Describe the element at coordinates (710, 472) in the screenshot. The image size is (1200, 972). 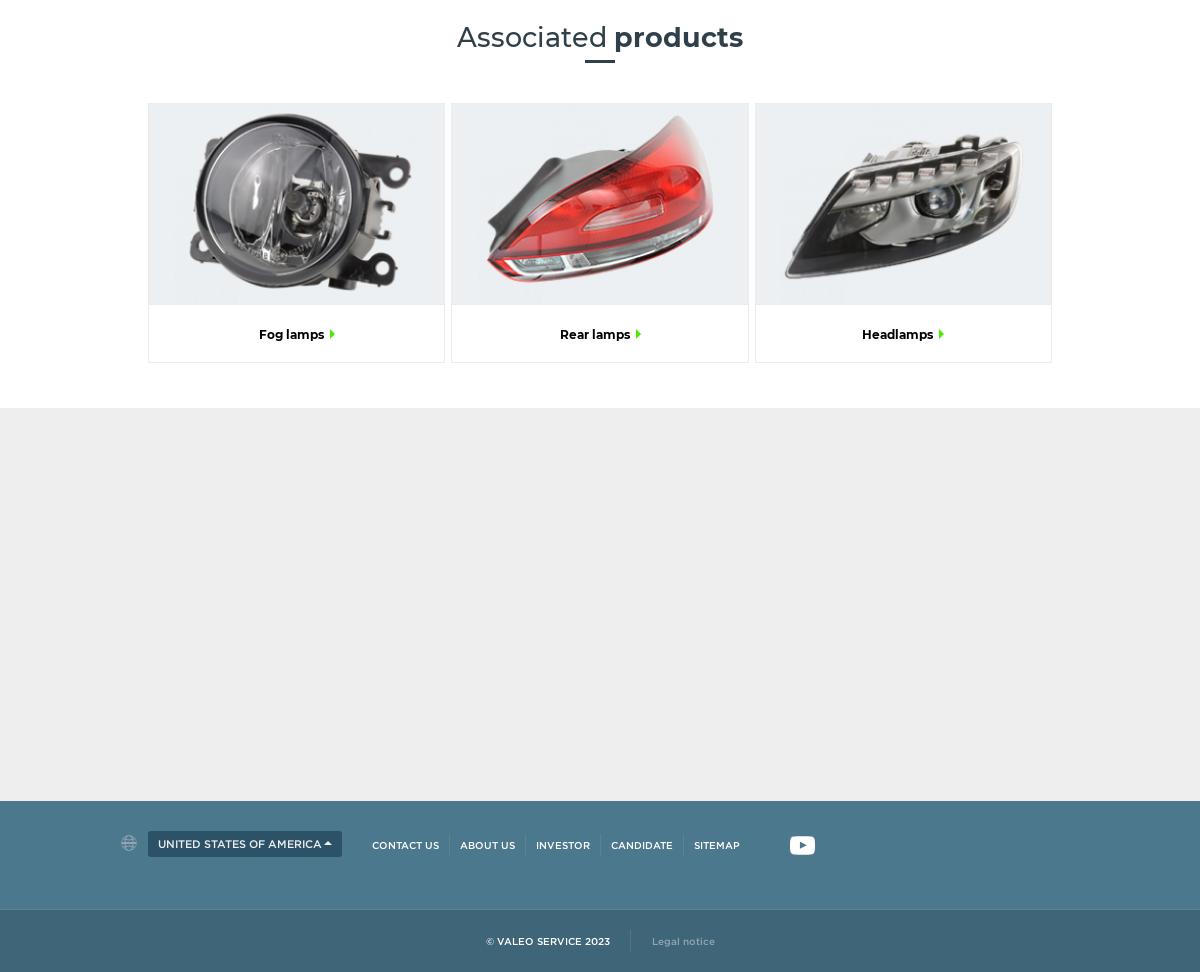
I see `'Stay updated!'` at that location.